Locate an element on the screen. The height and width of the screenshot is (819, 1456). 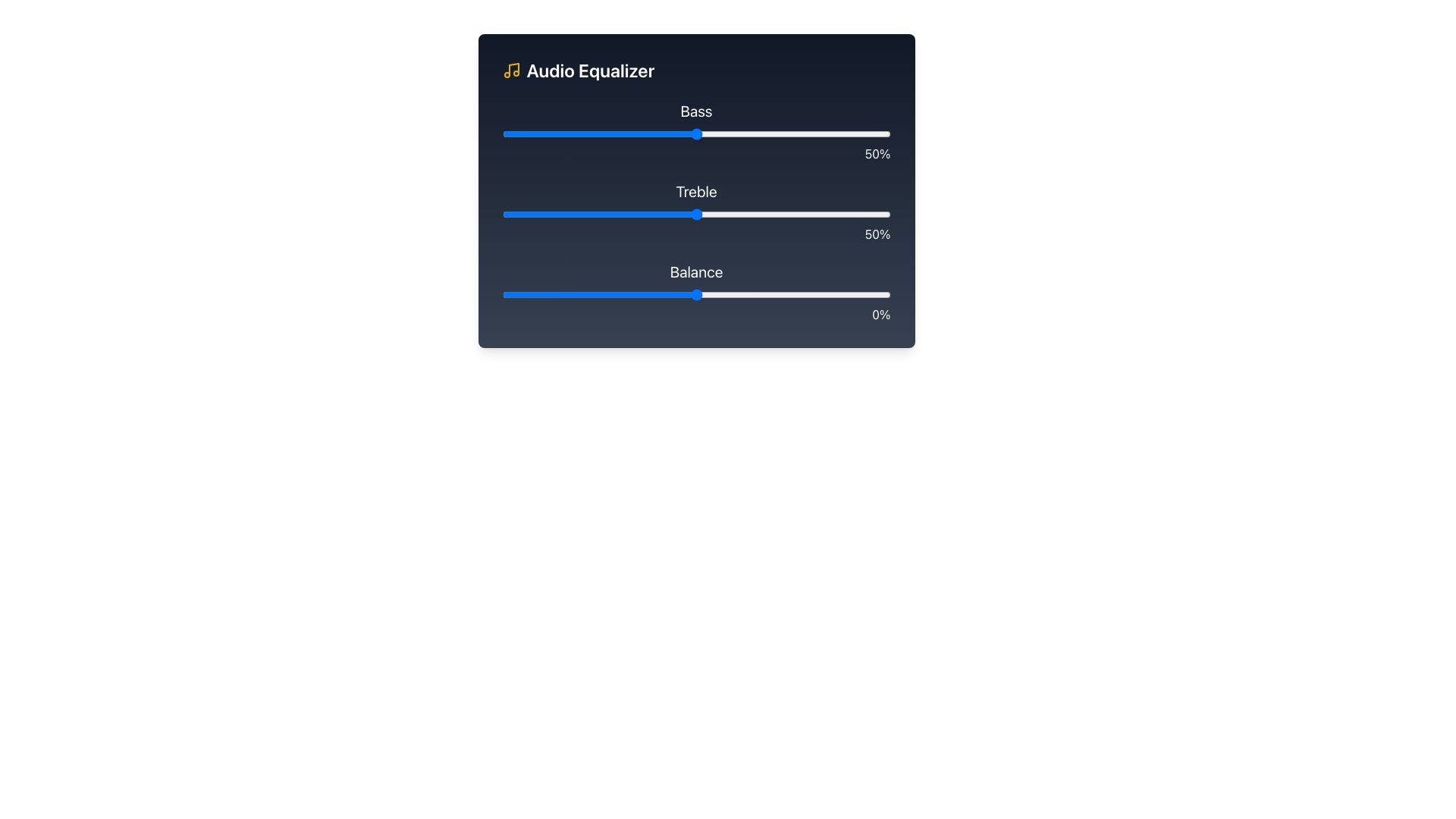
the yellow musical note icon located at the far left of the 'Audio Equalizer' title, which is styled with a minimalist and modern design is located at coordinates (511, 70).